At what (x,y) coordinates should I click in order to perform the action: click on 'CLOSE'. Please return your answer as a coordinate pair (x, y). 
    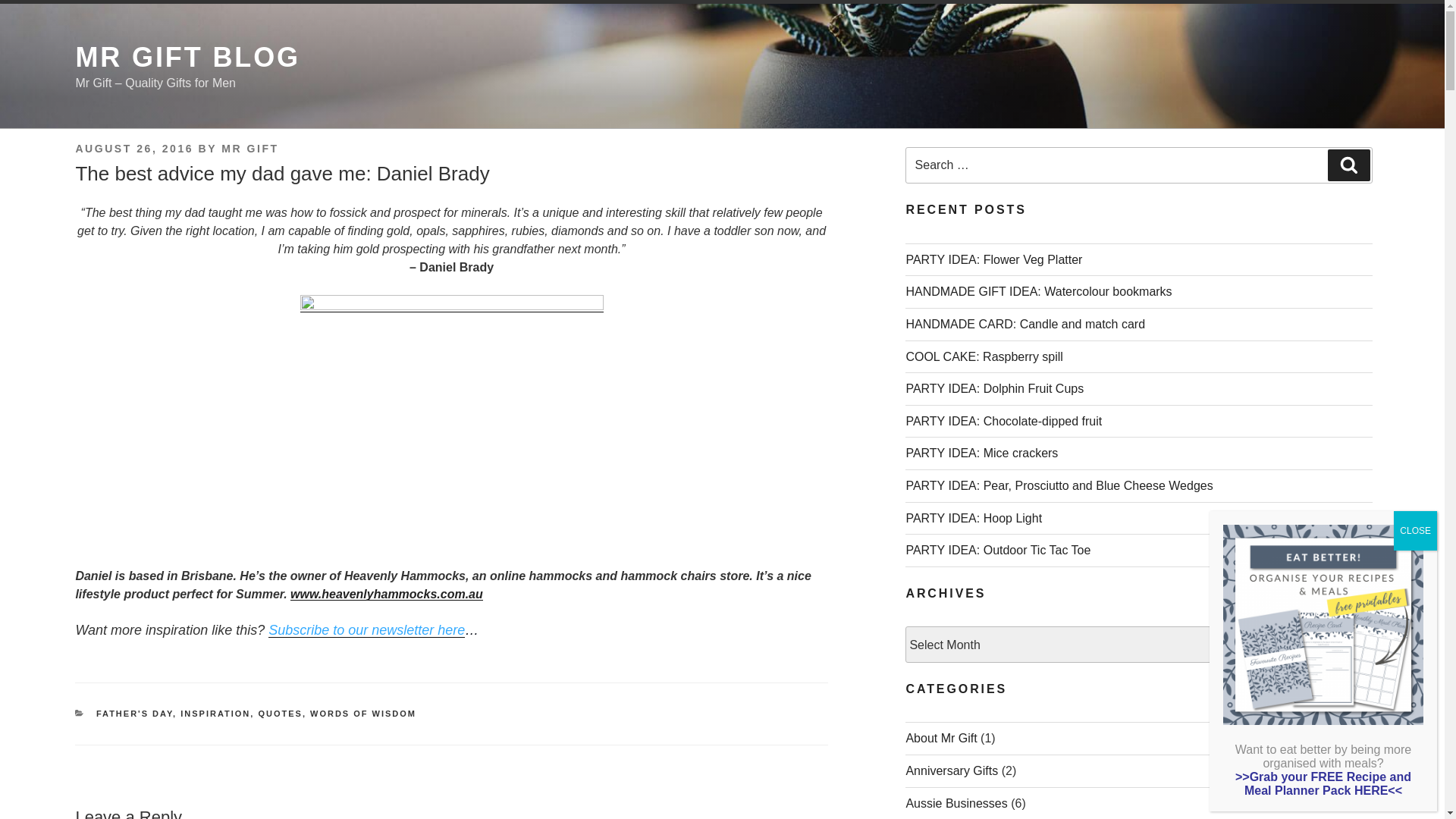
    Looking at the image, I should click on (1414, 529).